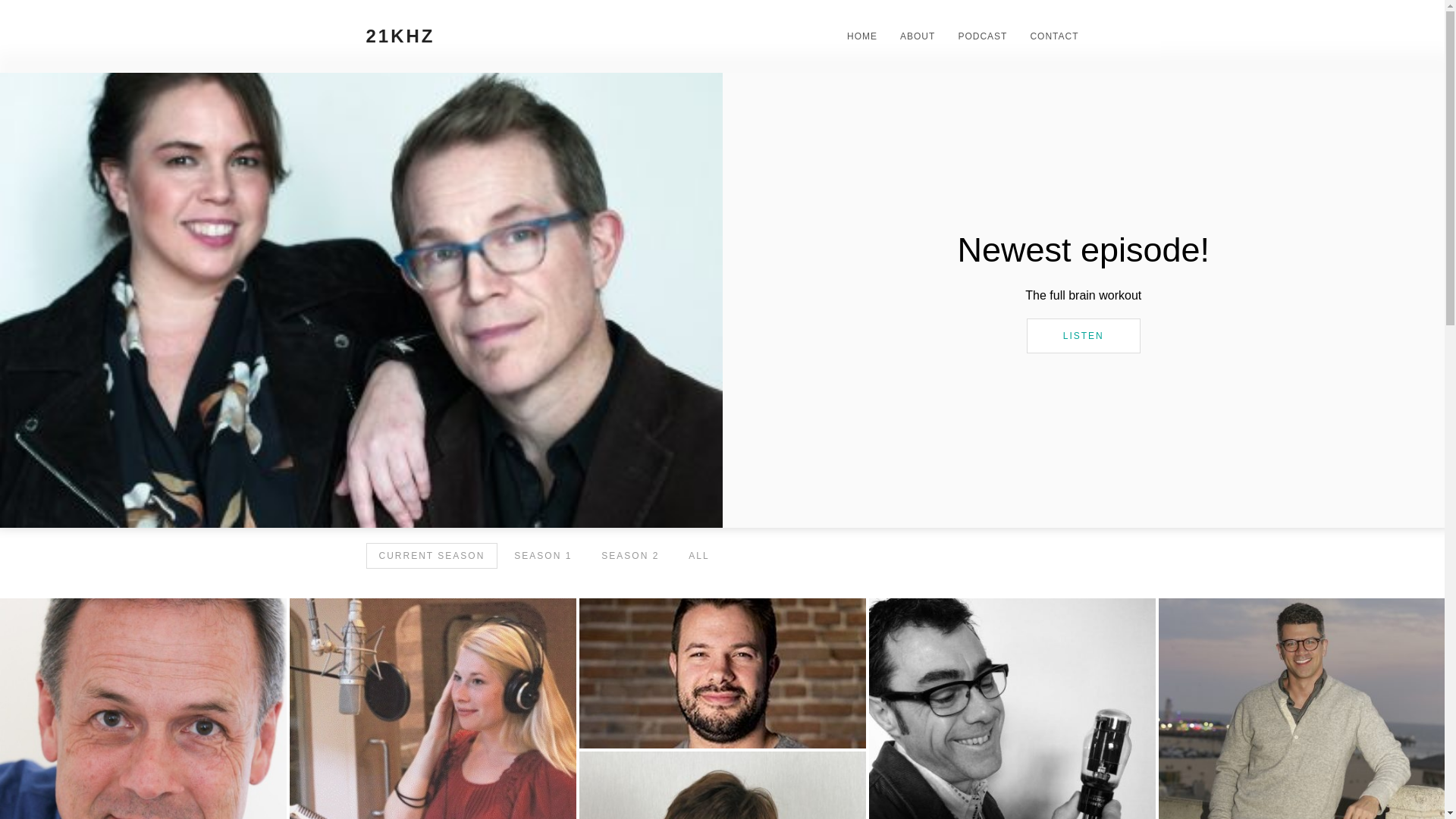 The height and width of the screenshot is (819, 1456). Describe the element at coordinates (722, 672) in the screenshot. I see `'Really Cool Uncorrelated Musical Assets'` at that location.